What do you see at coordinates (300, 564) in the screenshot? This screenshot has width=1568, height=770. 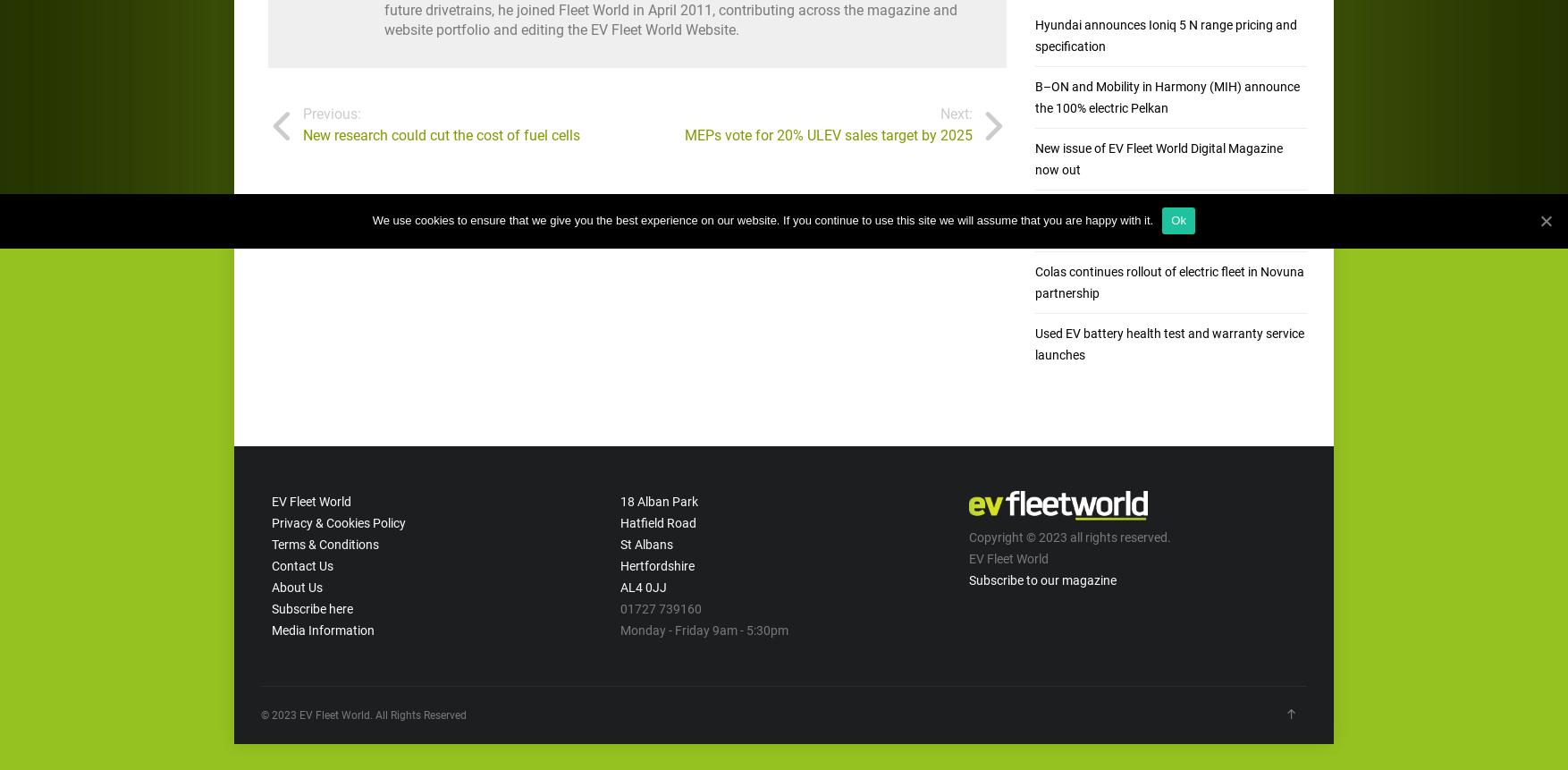 I see `'Contact Us'` at bounding box center [300, 564].